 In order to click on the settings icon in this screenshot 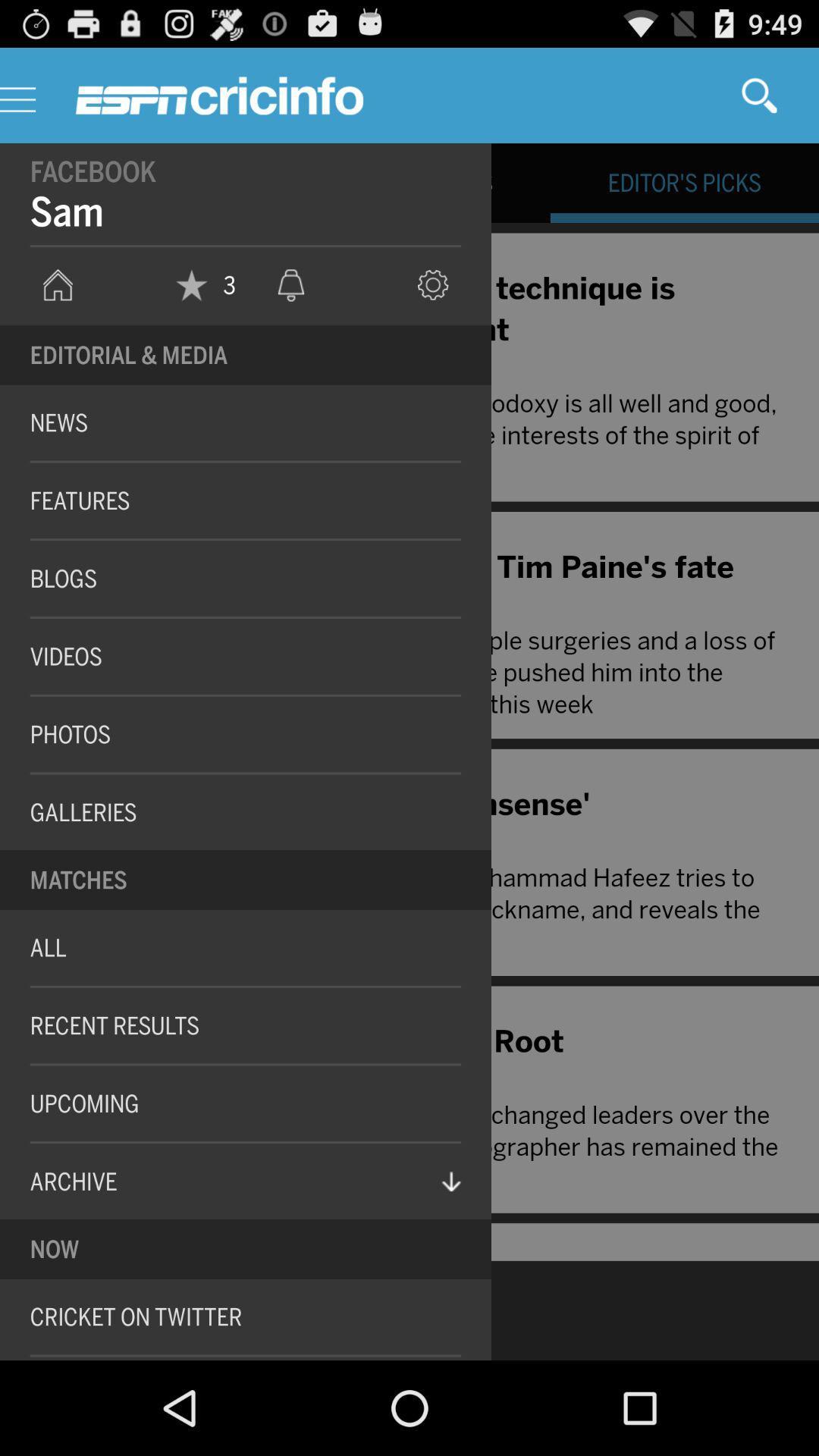, I will do `click(433, 305)`.